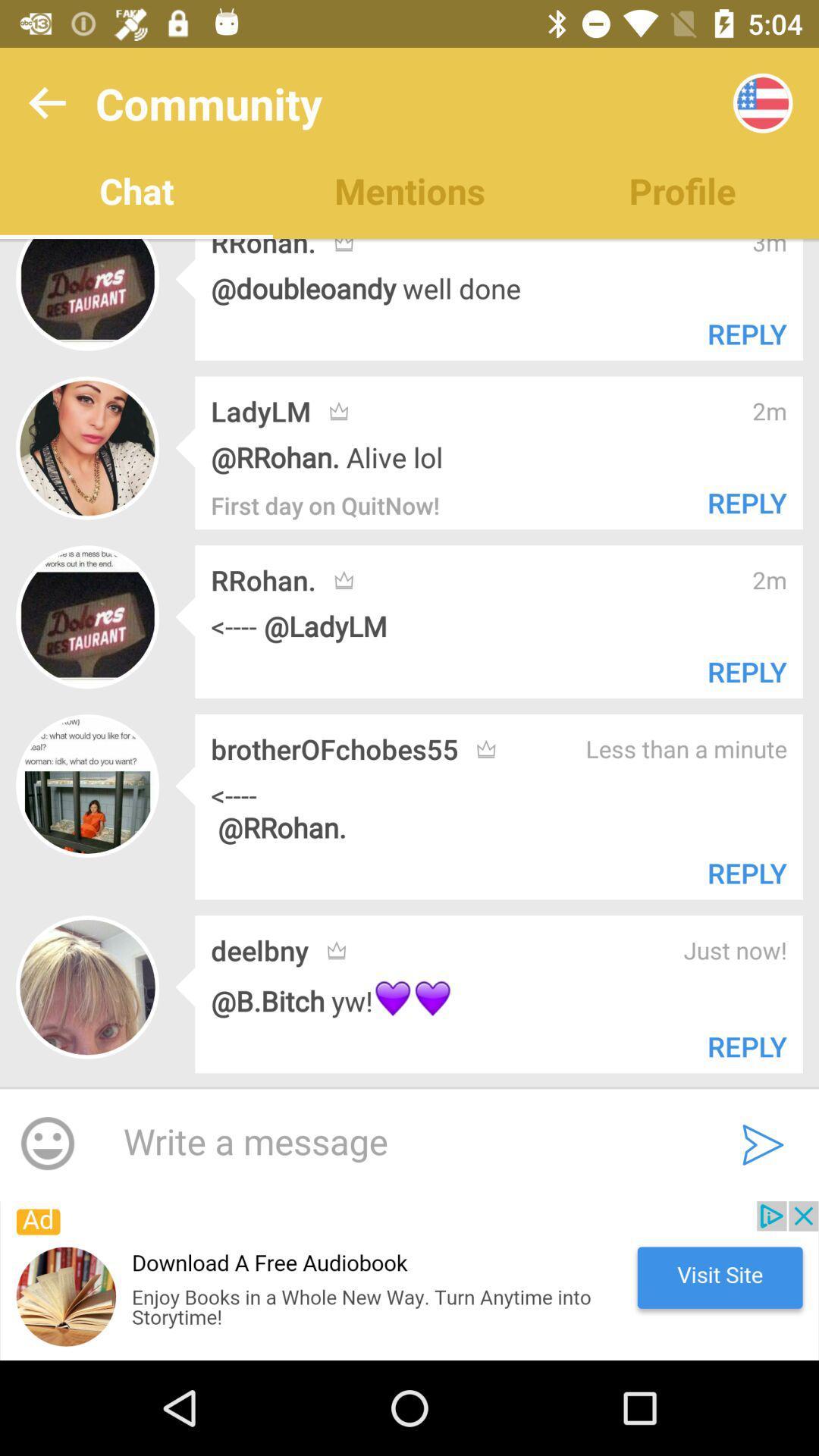 The image size is (819, 1456). Describe the element at coordinates (409, 1280) in the screenshot. I see `open advertisement` at that location.